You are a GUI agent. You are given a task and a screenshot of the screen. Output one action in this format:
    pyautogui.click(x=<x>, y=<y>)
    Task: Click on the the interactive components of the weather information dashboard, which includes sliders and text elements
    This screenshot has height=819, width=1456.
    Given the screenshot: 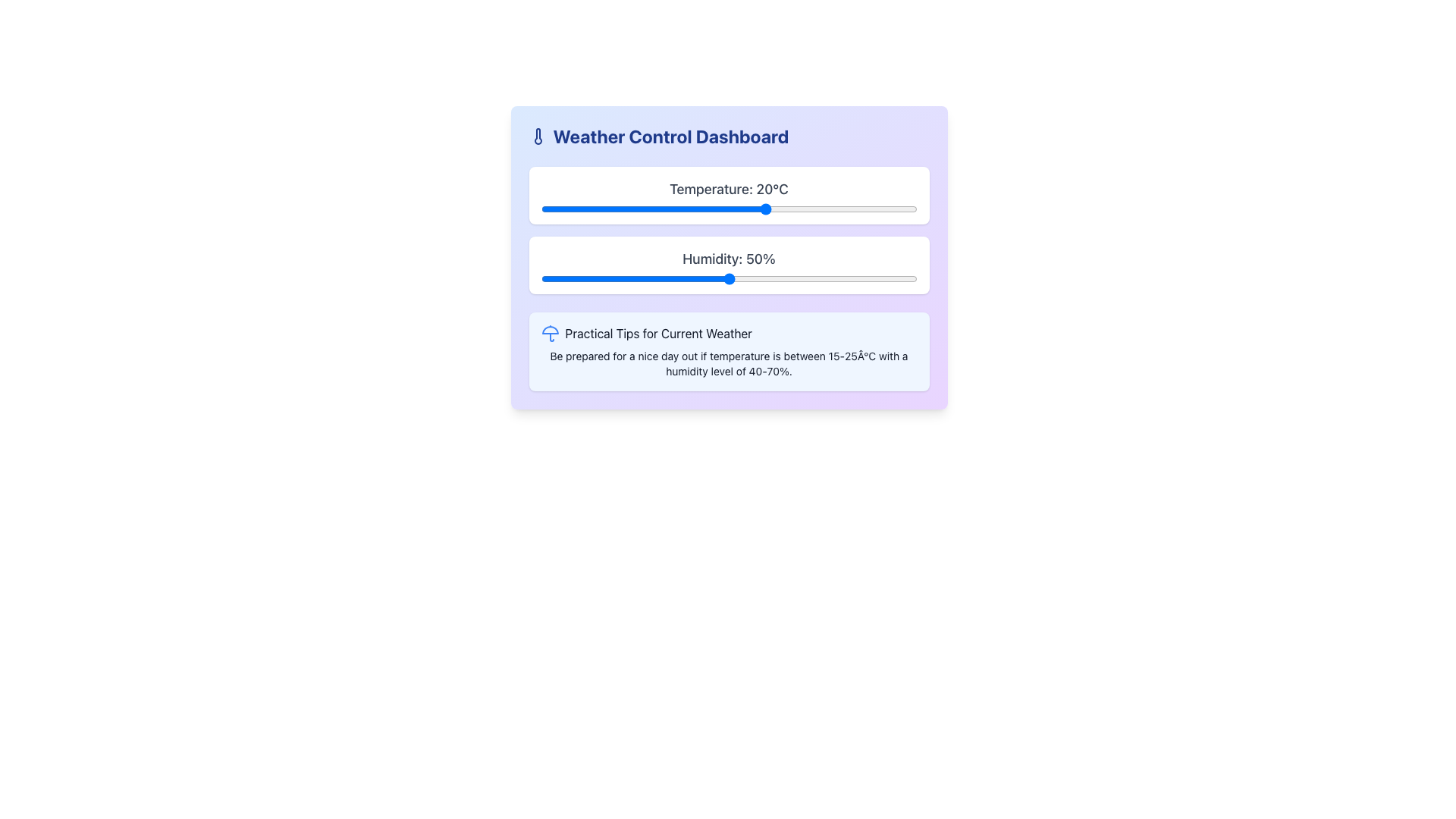 What is the action you would take?
    pyautogui.click(x=729, y=256)
    